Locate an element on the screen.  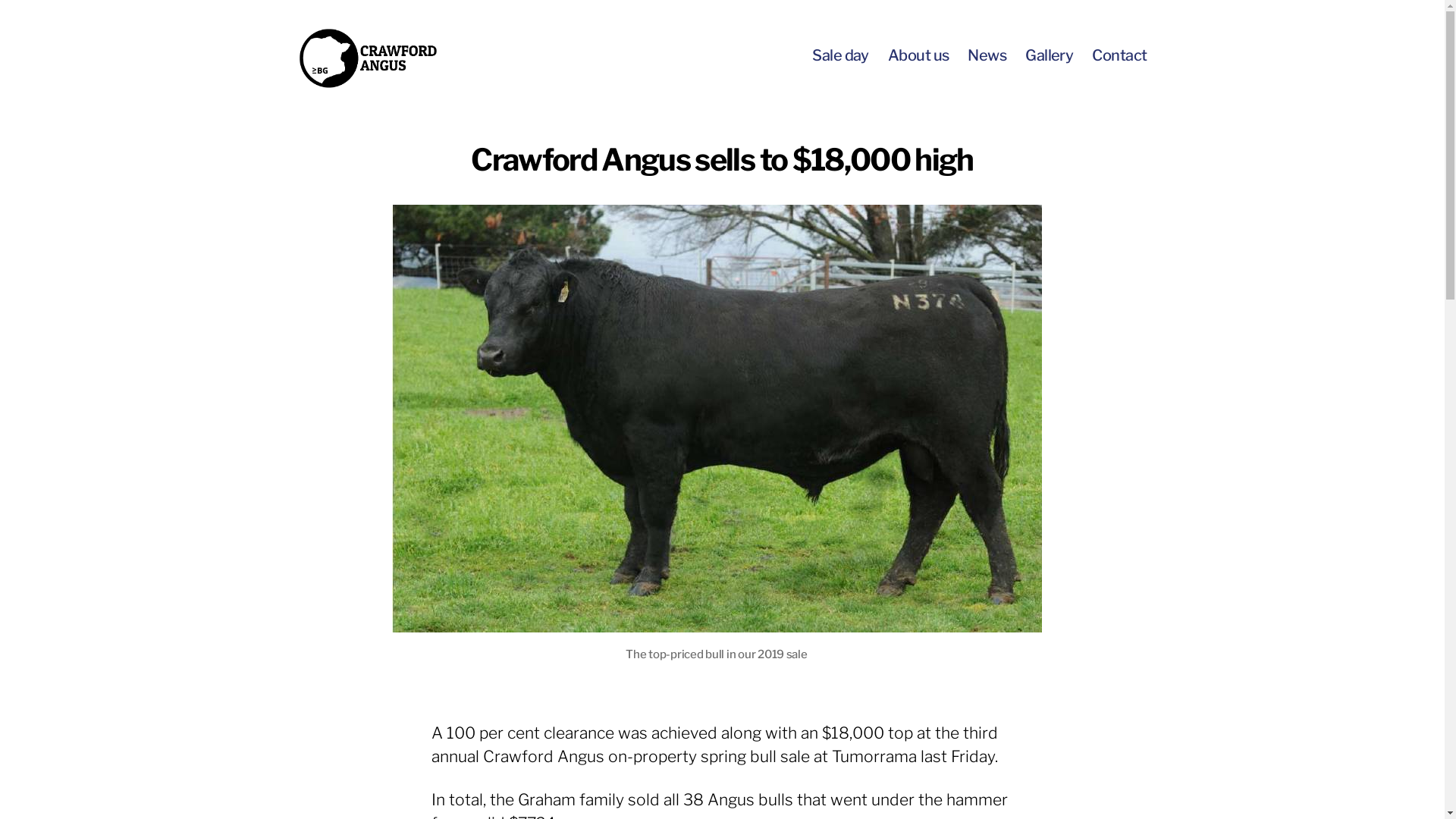
'About us' is located at coordinates (918, 55).